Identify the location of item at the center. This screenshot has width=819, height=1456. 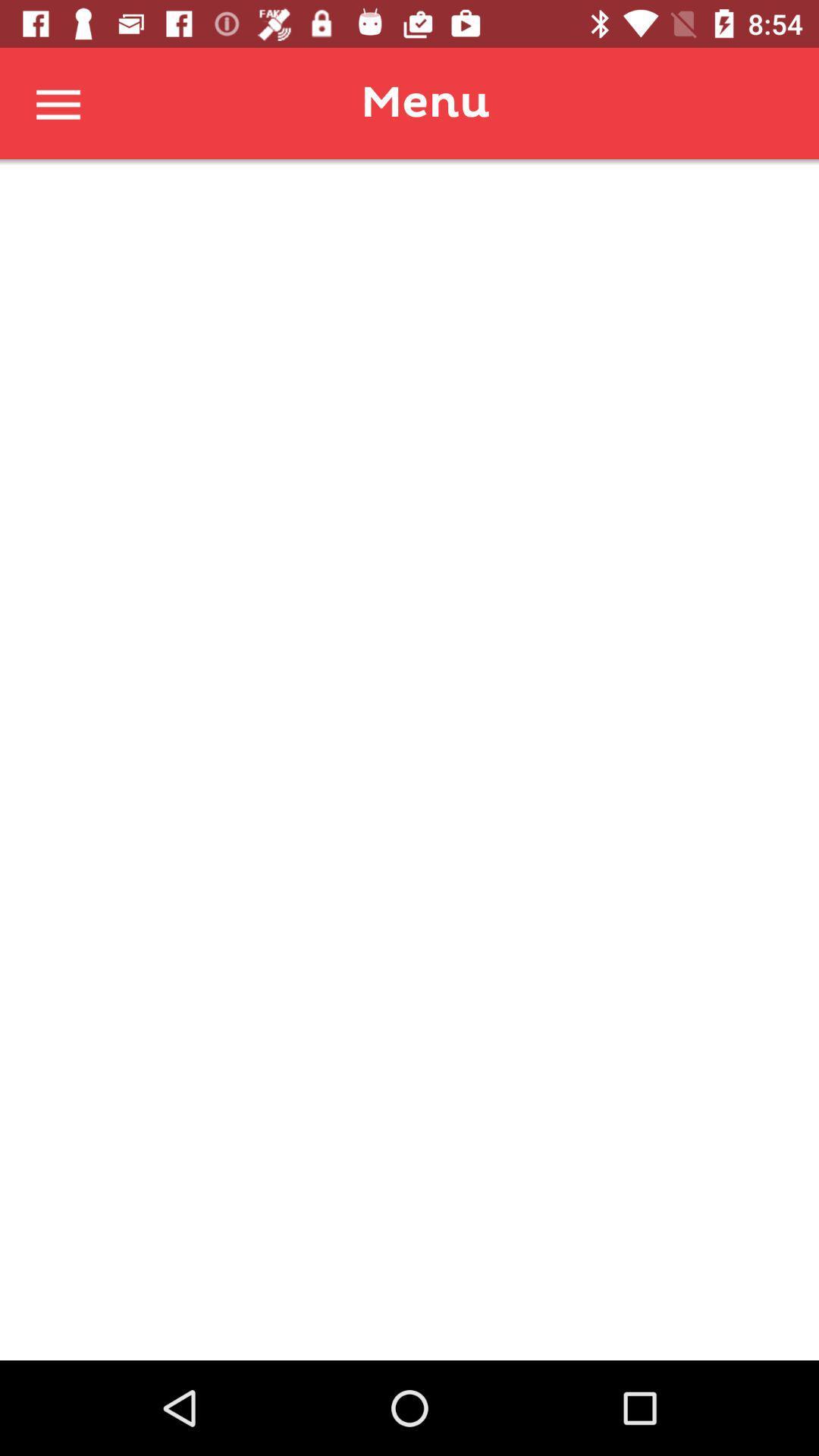
(409, 760).